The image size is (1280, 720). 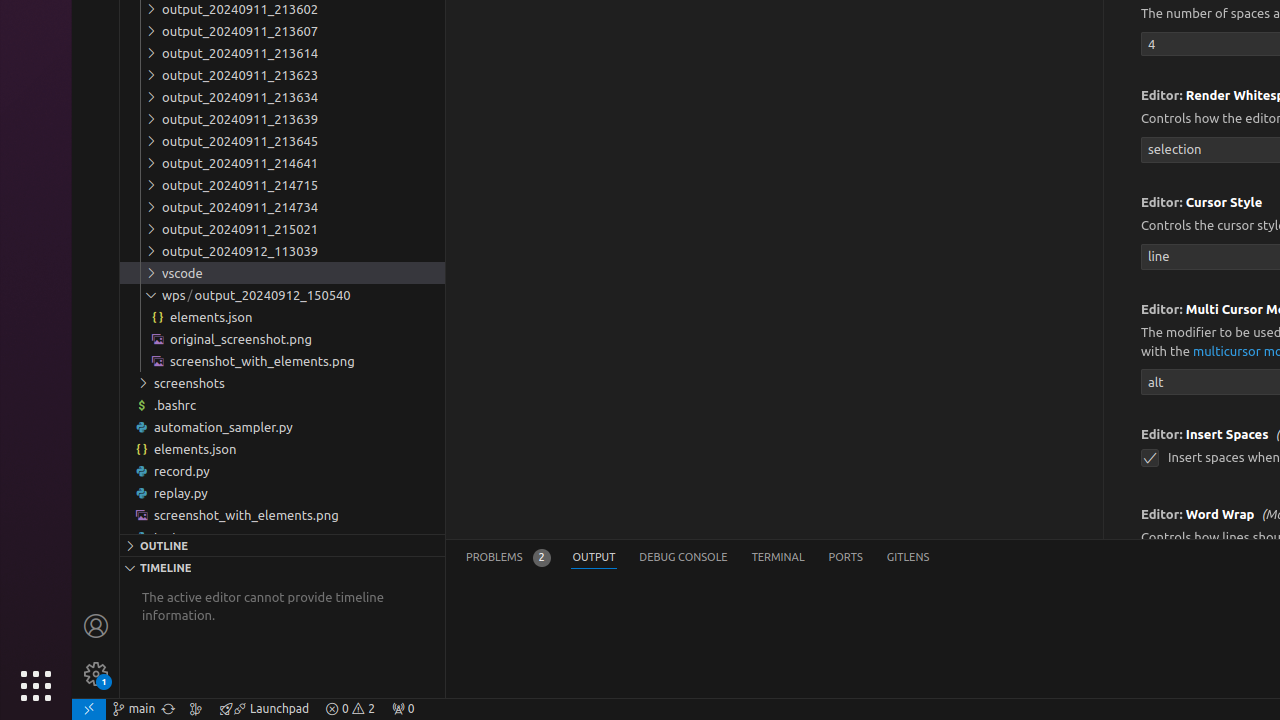 What do you see at coordinates (683, 557) in the screenshot?
I see `'Debug Console (Ctrl+Shift+Y)'` at bounding box center [683, 557].